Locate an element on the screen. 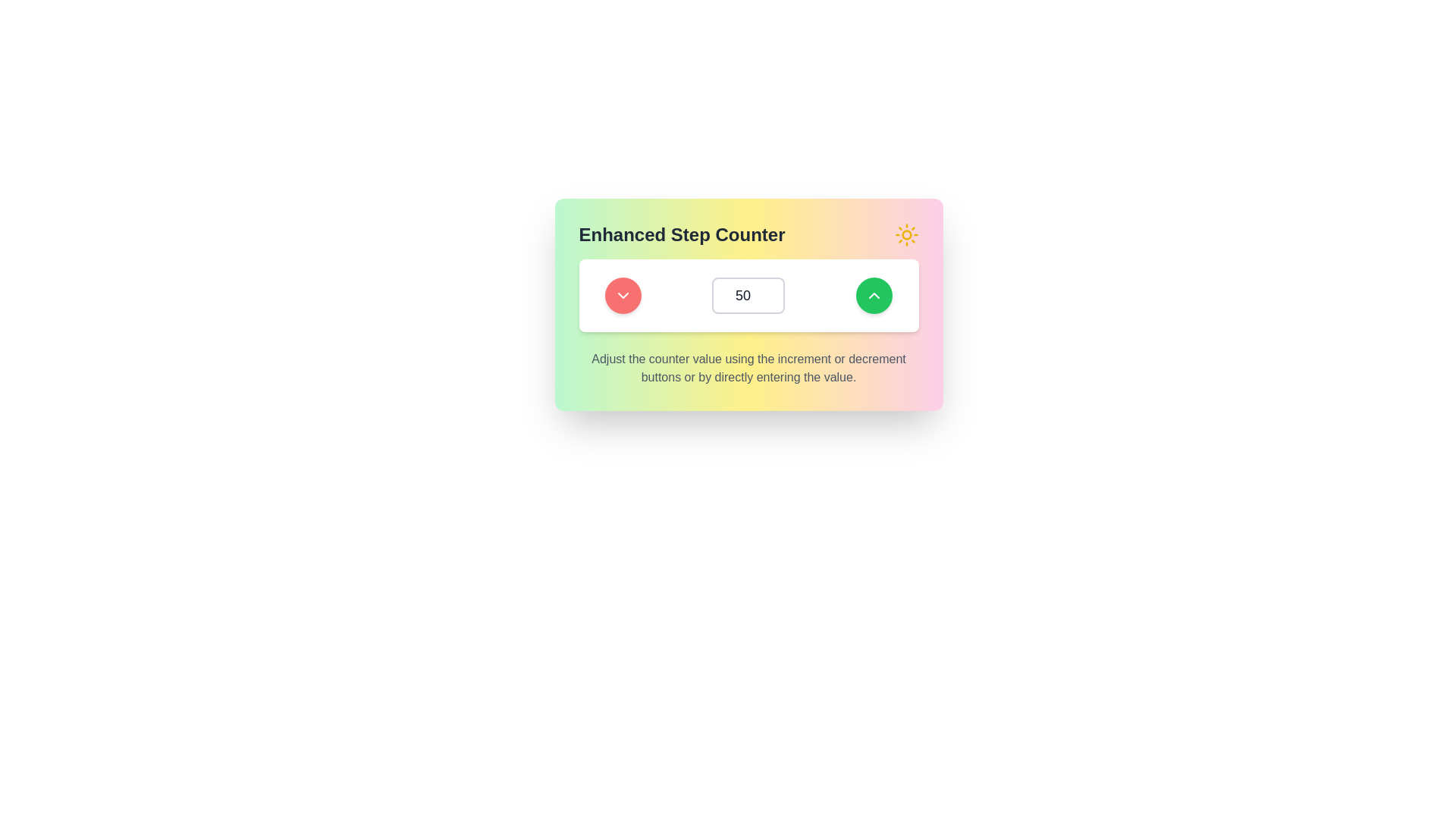  the circular green button with a white upward-facing chevron icon to increment the counter is located at coordinates (874, 295).